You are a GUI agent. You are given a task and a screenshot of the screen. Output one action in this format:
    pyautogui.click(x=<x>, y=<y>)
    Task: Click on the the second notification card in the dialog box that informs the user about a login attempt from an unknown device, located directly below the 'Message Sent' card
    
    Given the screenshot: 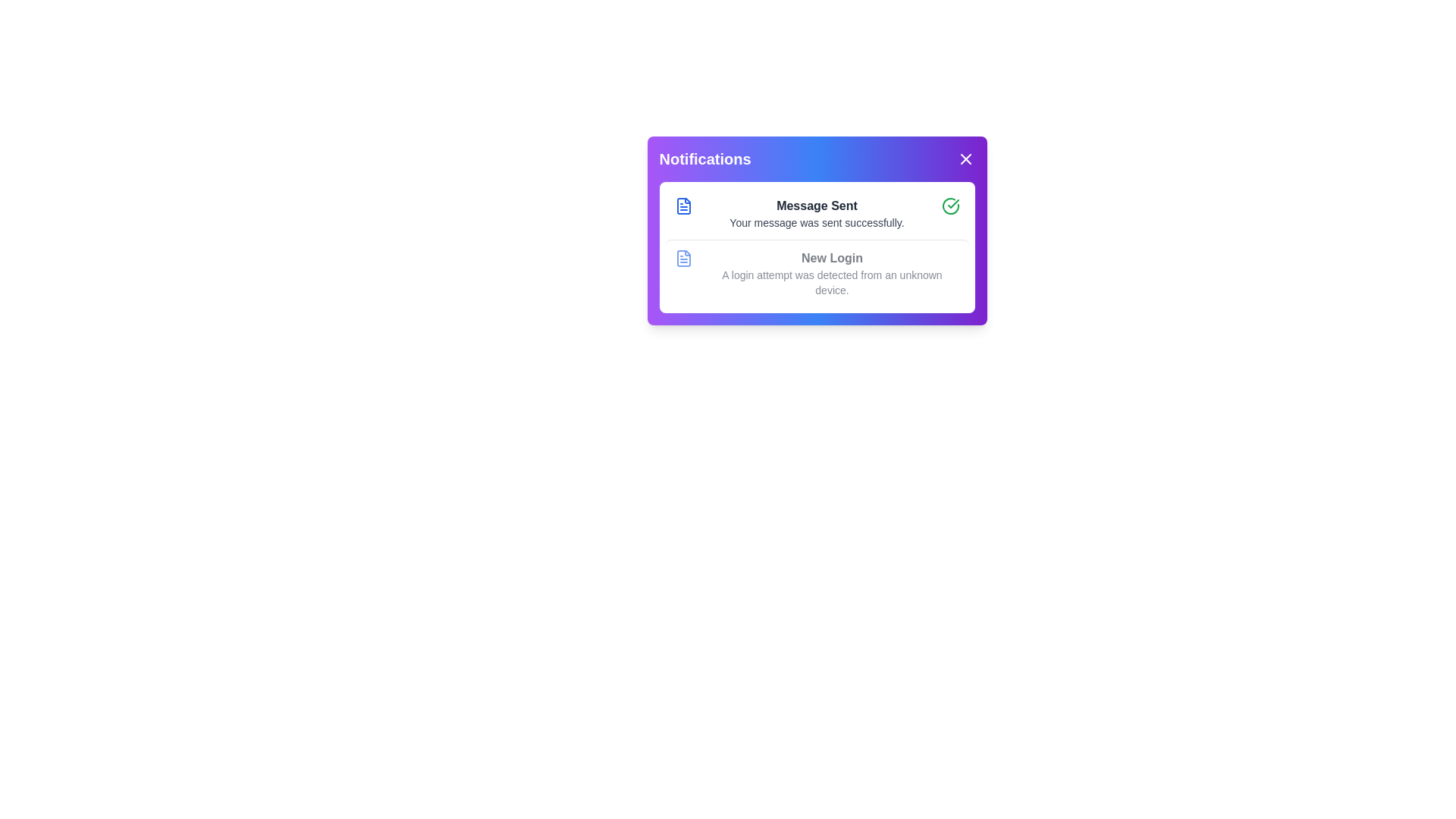 What is the action you would take?
    pyautogui.click(x=816, y=273)
    